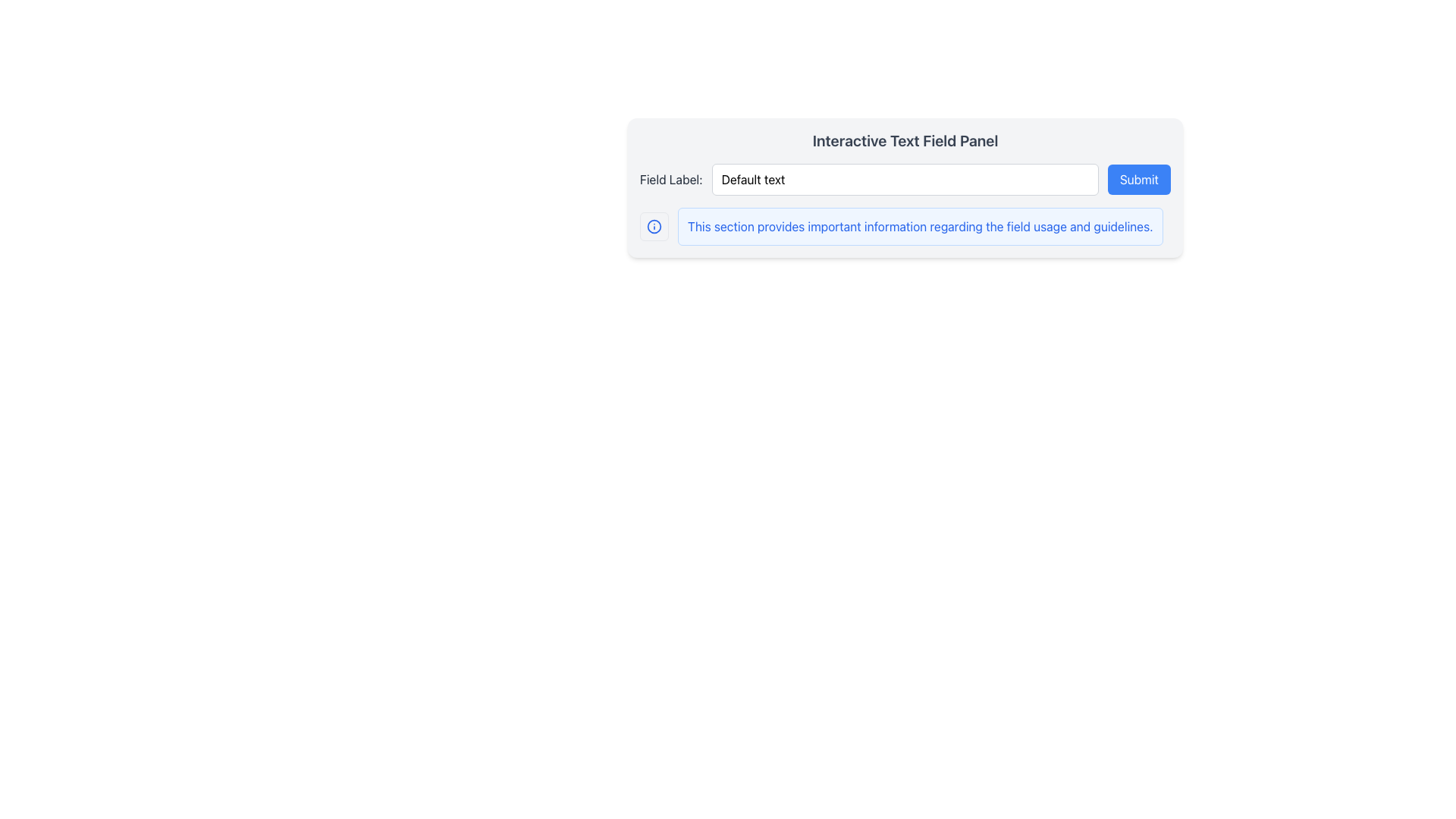 The width and height of the screenshot is (1456, 819). What do you see at coordinates (654, 227) in the screenshot?
I see `SVG Circle Element with a white center and blue border, located to the left of the 'Field Label:' text box` at bounding box center [654, 227].